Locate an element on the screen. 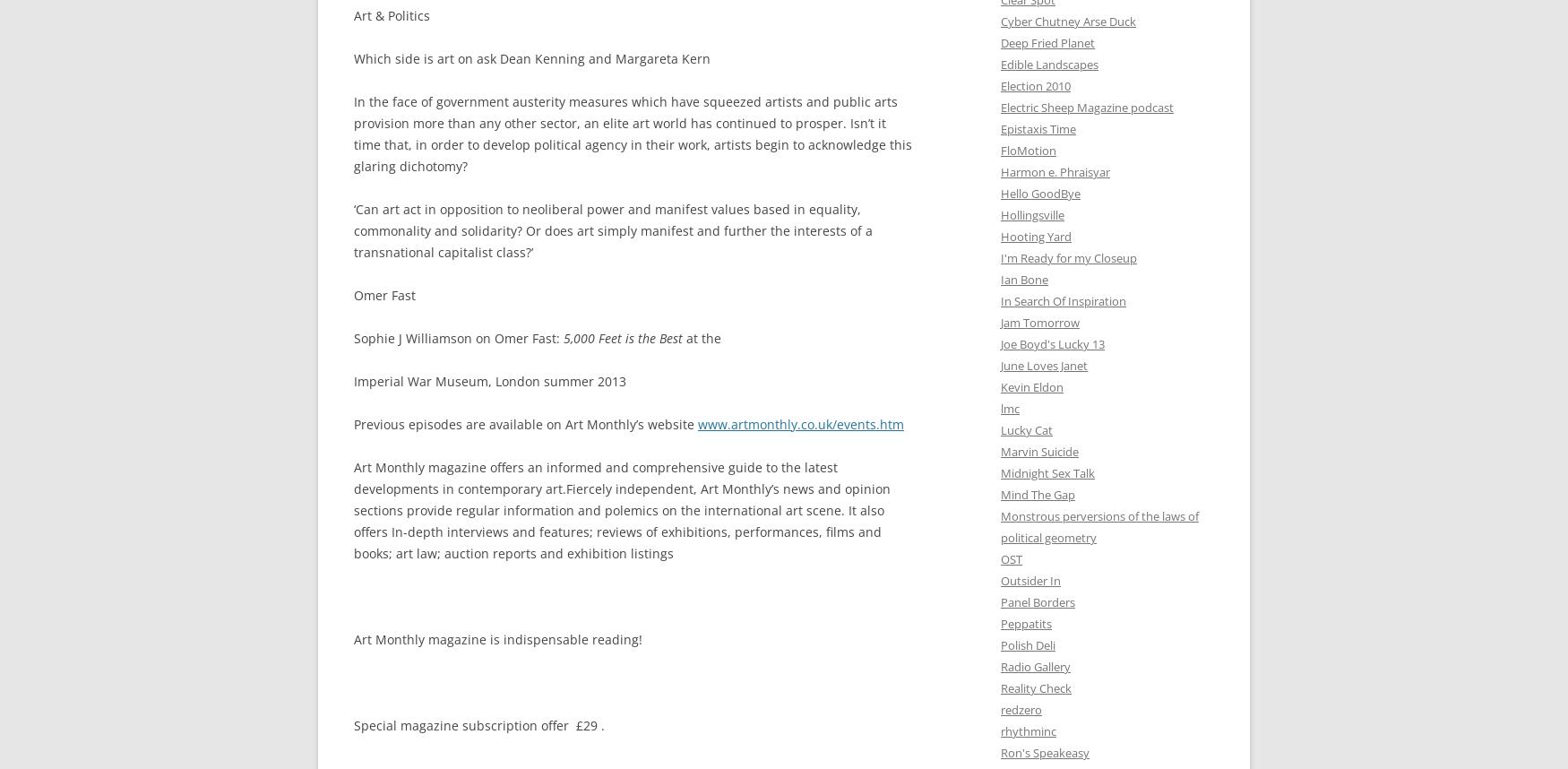 The image size is (1568, 769). 'at the' is located at coordinates (681, 337).